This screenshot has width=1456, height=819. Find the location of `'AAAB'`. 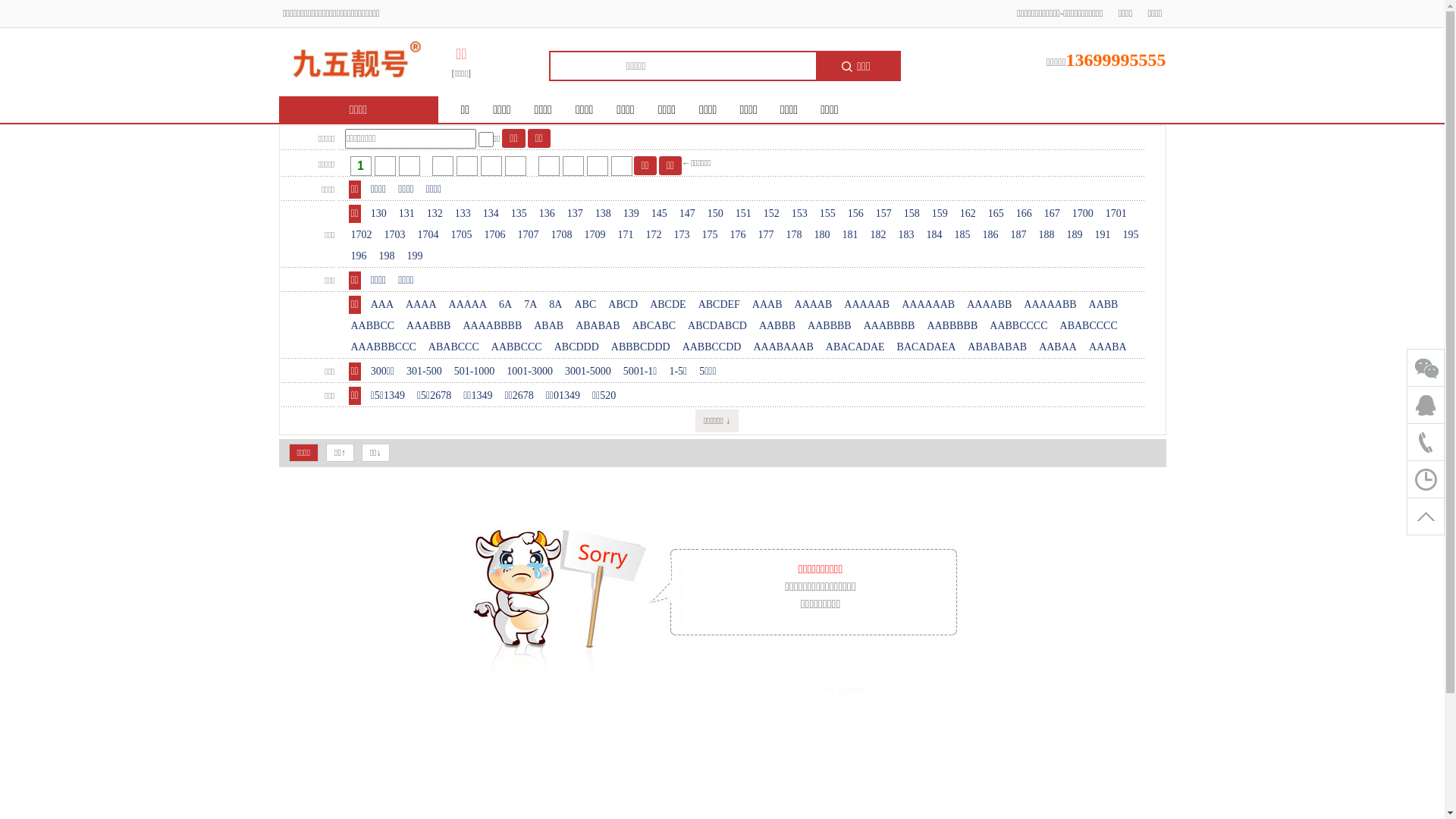

'AAAB' is located at coordinates (767, 304).